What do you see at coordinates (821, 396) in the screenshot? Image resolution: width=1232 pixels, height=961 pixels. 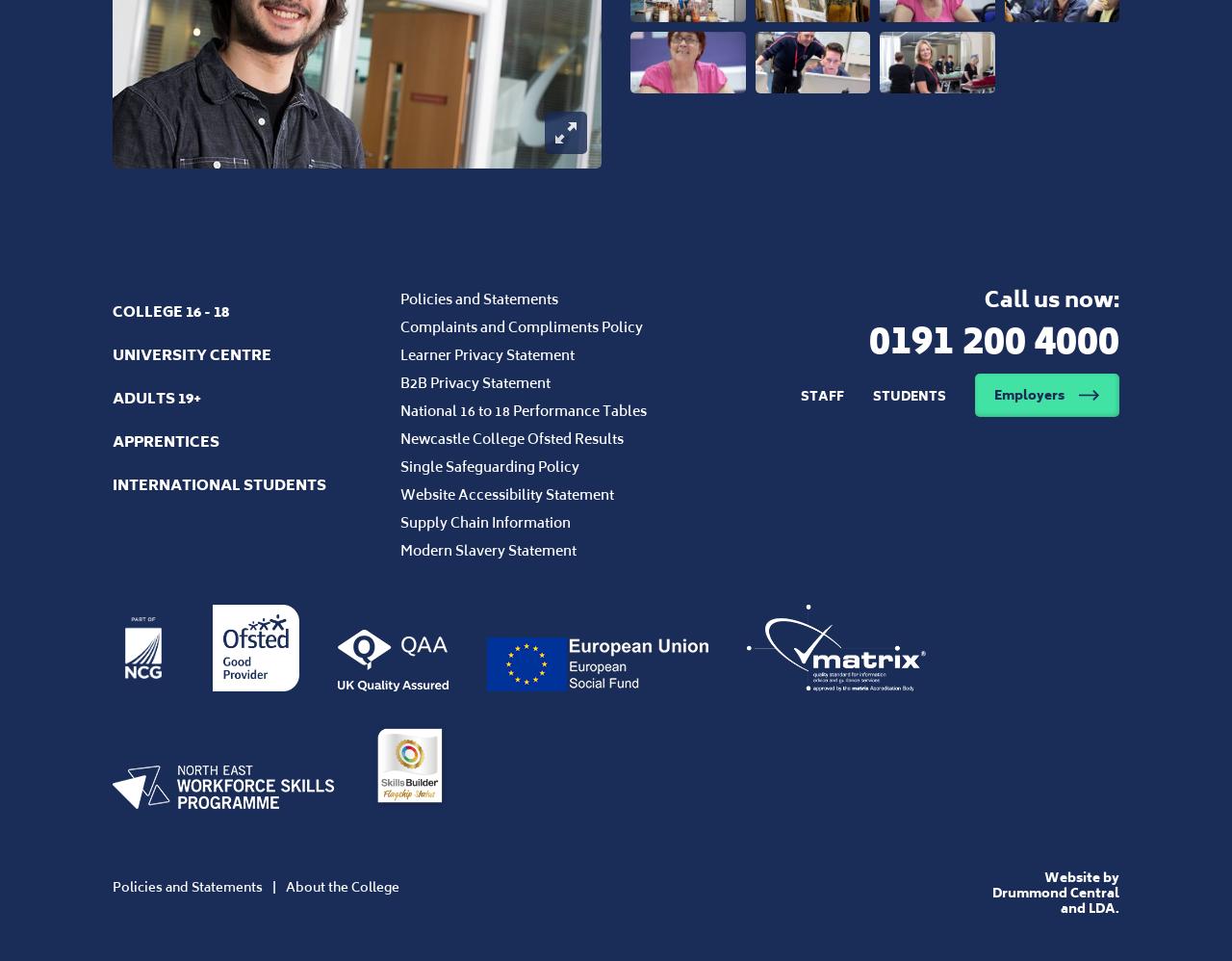 I see `'Staff'` at bounding box center [821, 396].